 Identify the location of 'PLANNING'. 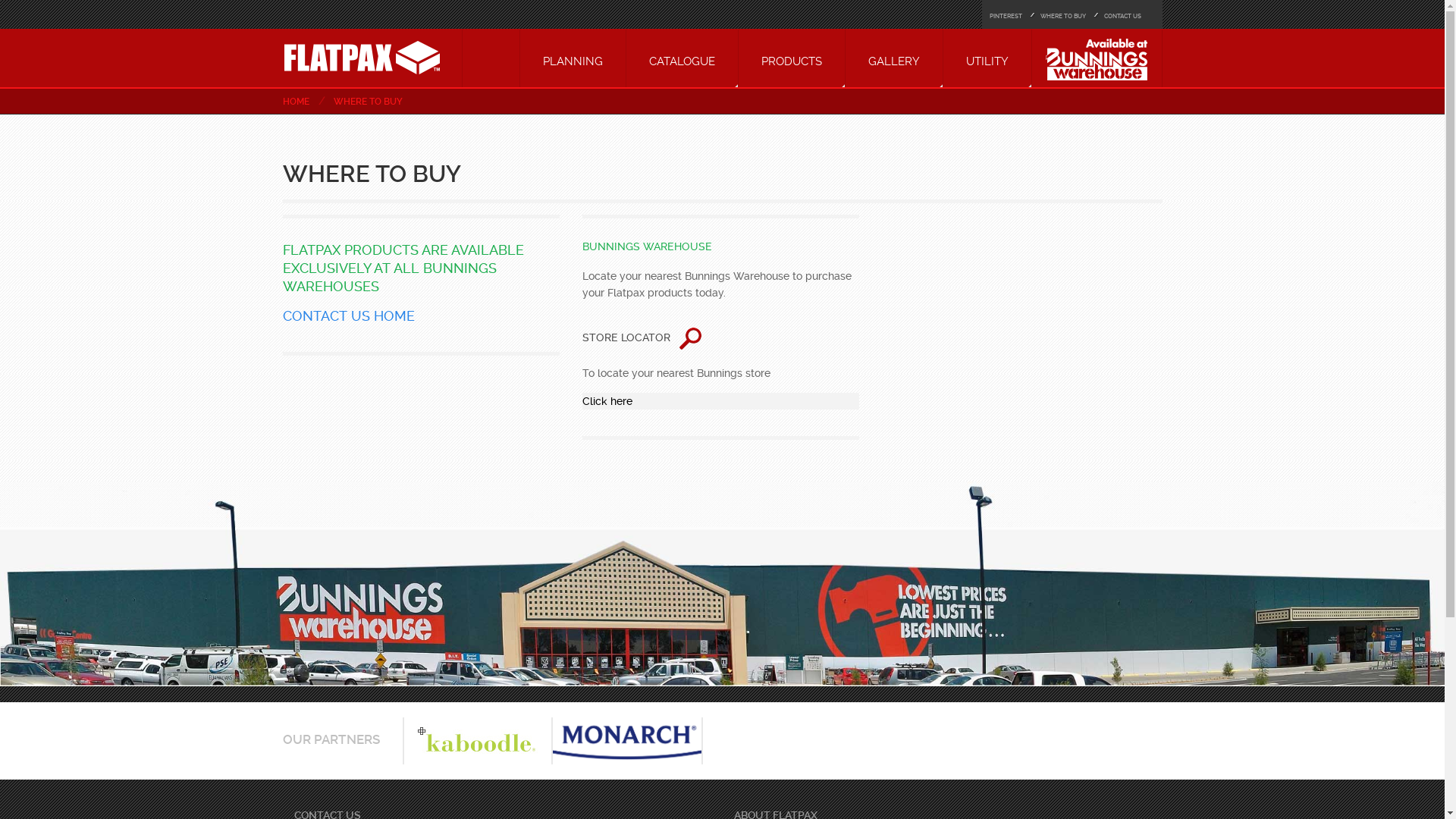
(572, 58).